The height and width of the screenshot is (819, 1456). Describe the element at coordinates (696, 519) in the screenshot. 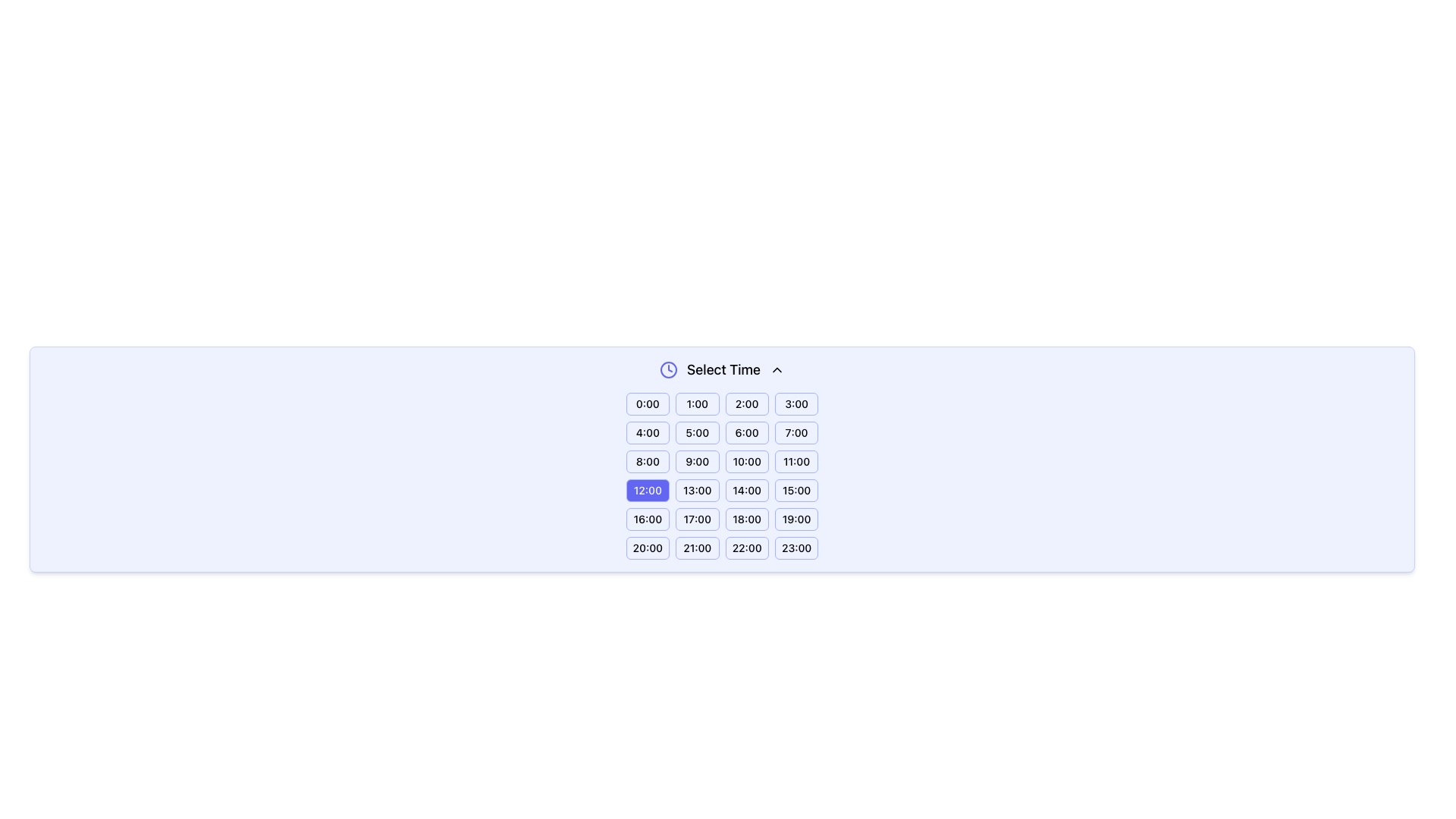

I see `the button that represents the time '17:00' located under the 'Select Time' heading, specifically the fifth button in the fifth row of the grid` at that location.